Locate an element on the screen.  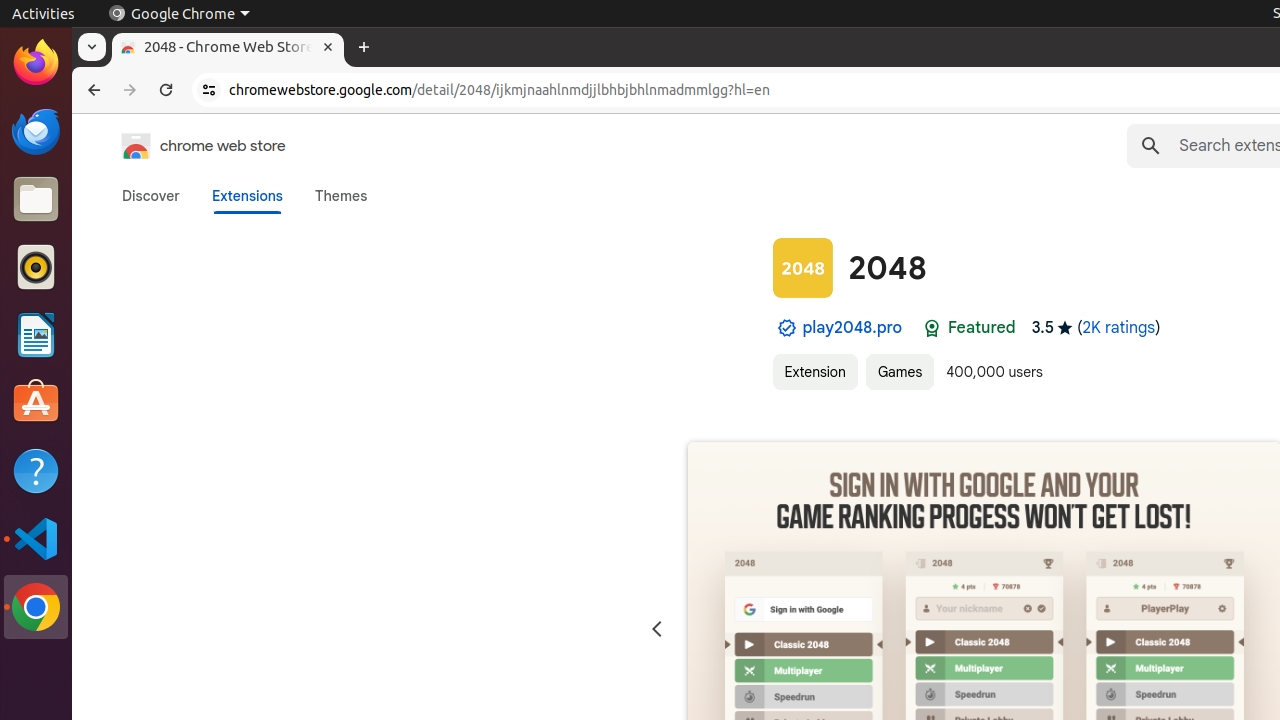
'Files' is located at coordinates (35, 199).